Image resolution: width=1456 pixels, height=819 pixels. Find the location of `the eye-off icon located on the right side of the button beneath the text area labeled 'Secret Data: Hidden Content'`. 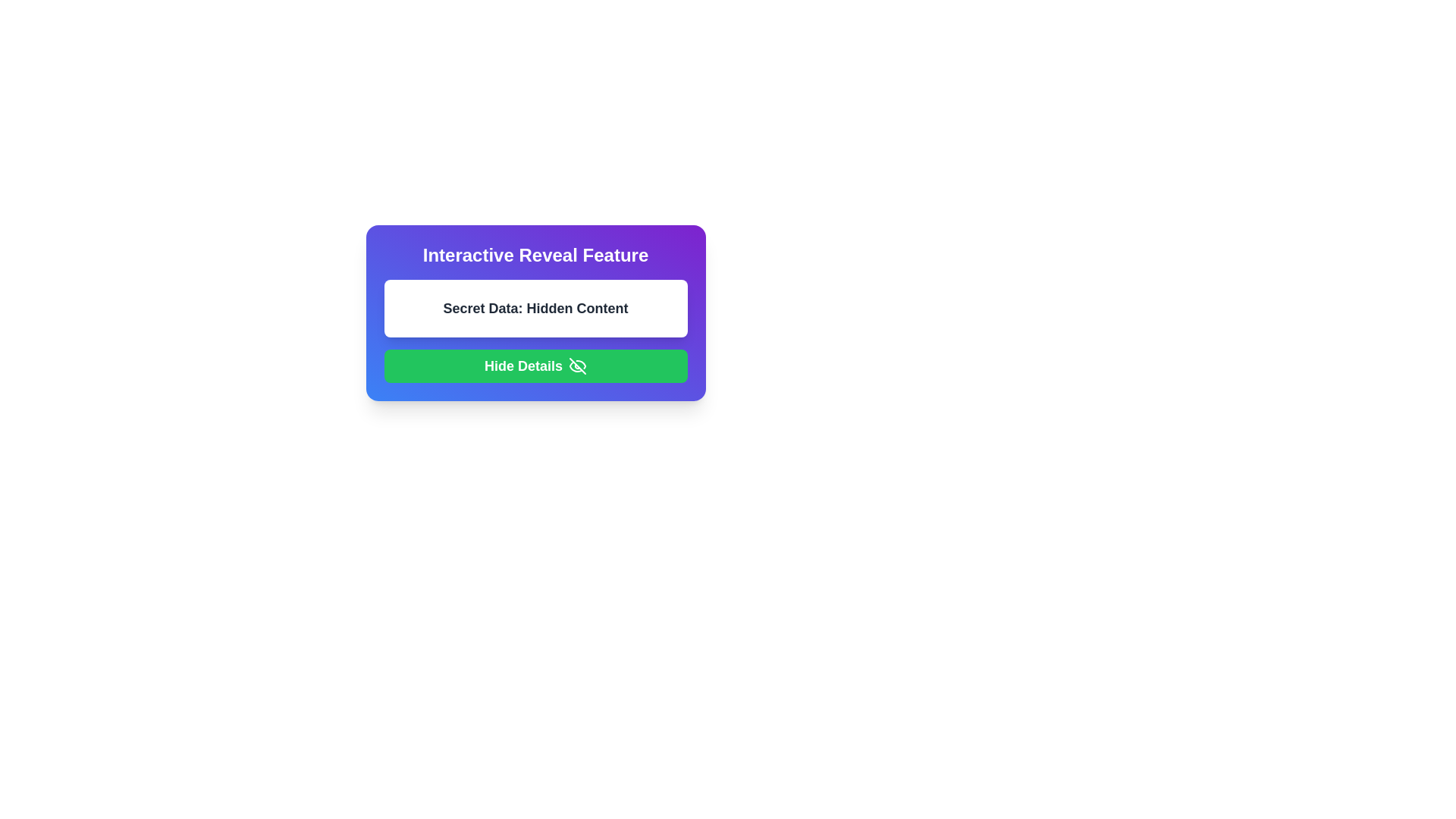

the eye-off icon located on the right side of the button beneath the text area labeled 'Secret Data: Hidden Content' is located at coordinates (577, 366).